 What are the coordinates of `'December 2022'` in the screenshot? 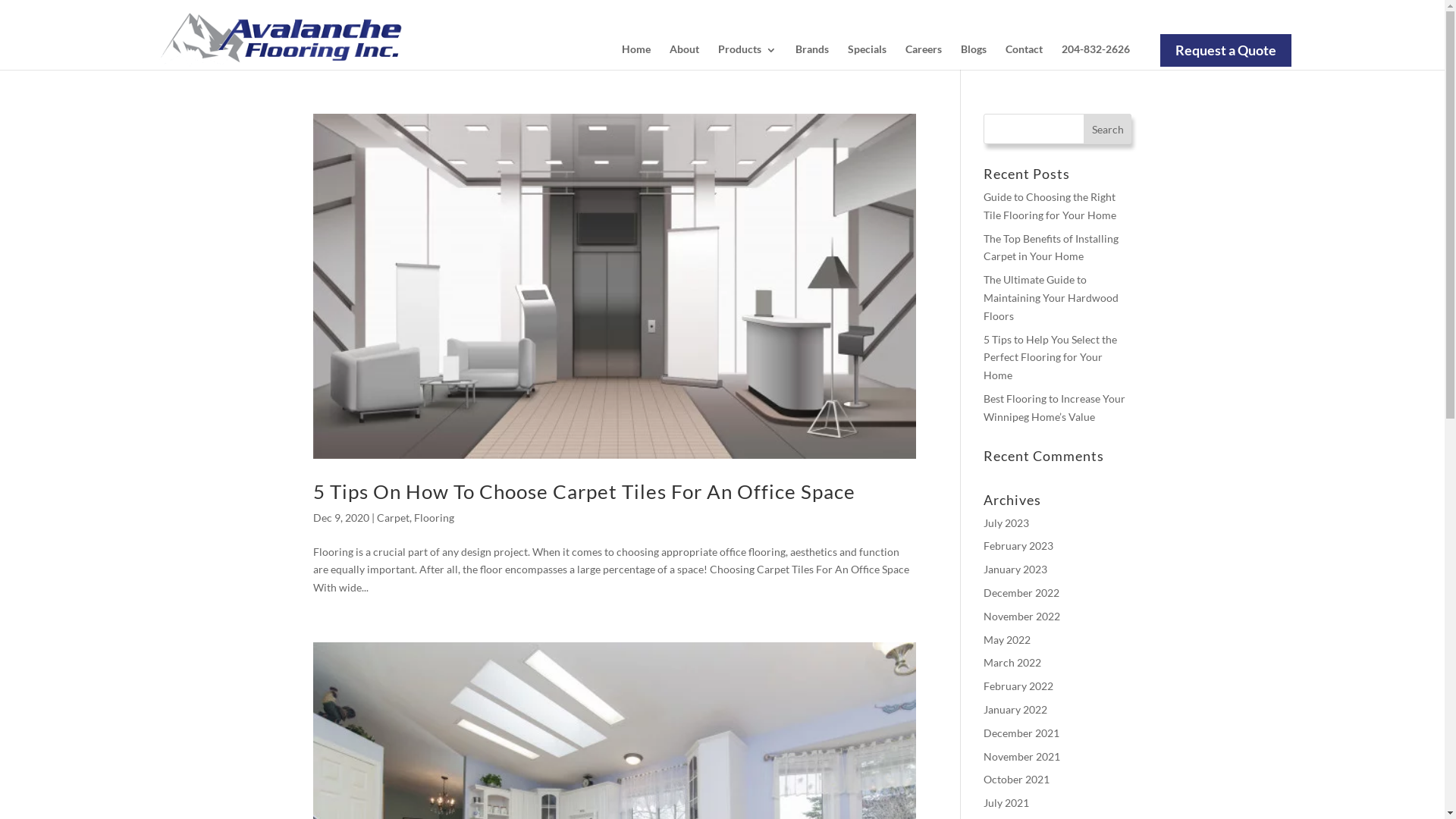 It's located at (1021, 591).